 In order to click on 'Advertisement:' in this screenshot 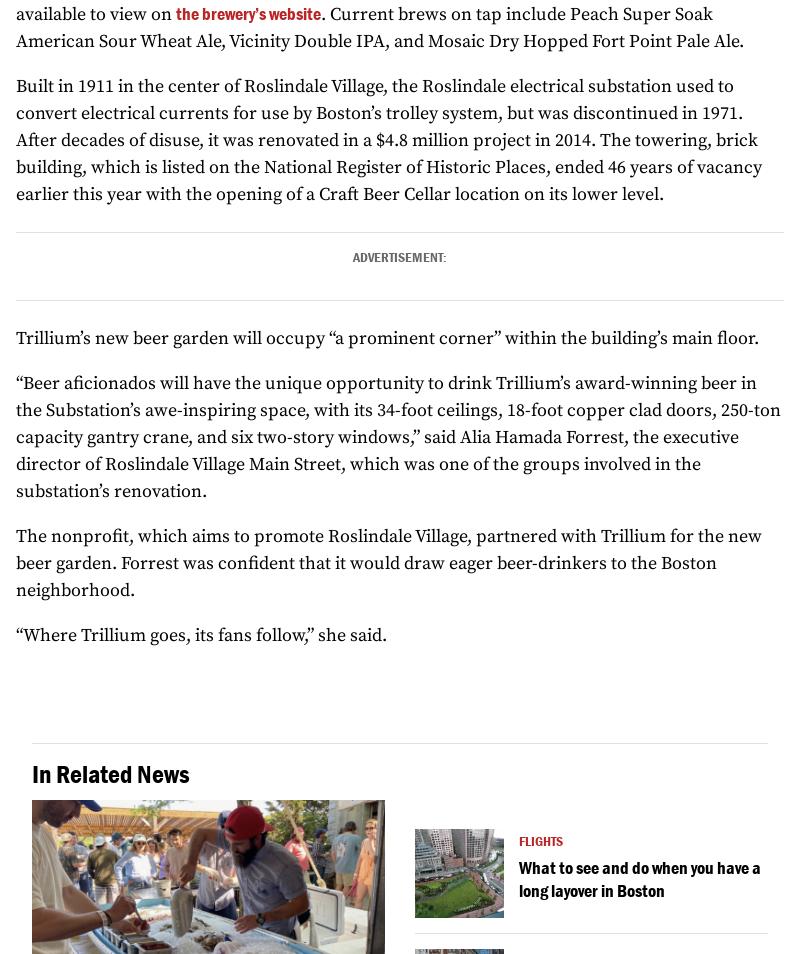, I will do `click(352, 257)`.